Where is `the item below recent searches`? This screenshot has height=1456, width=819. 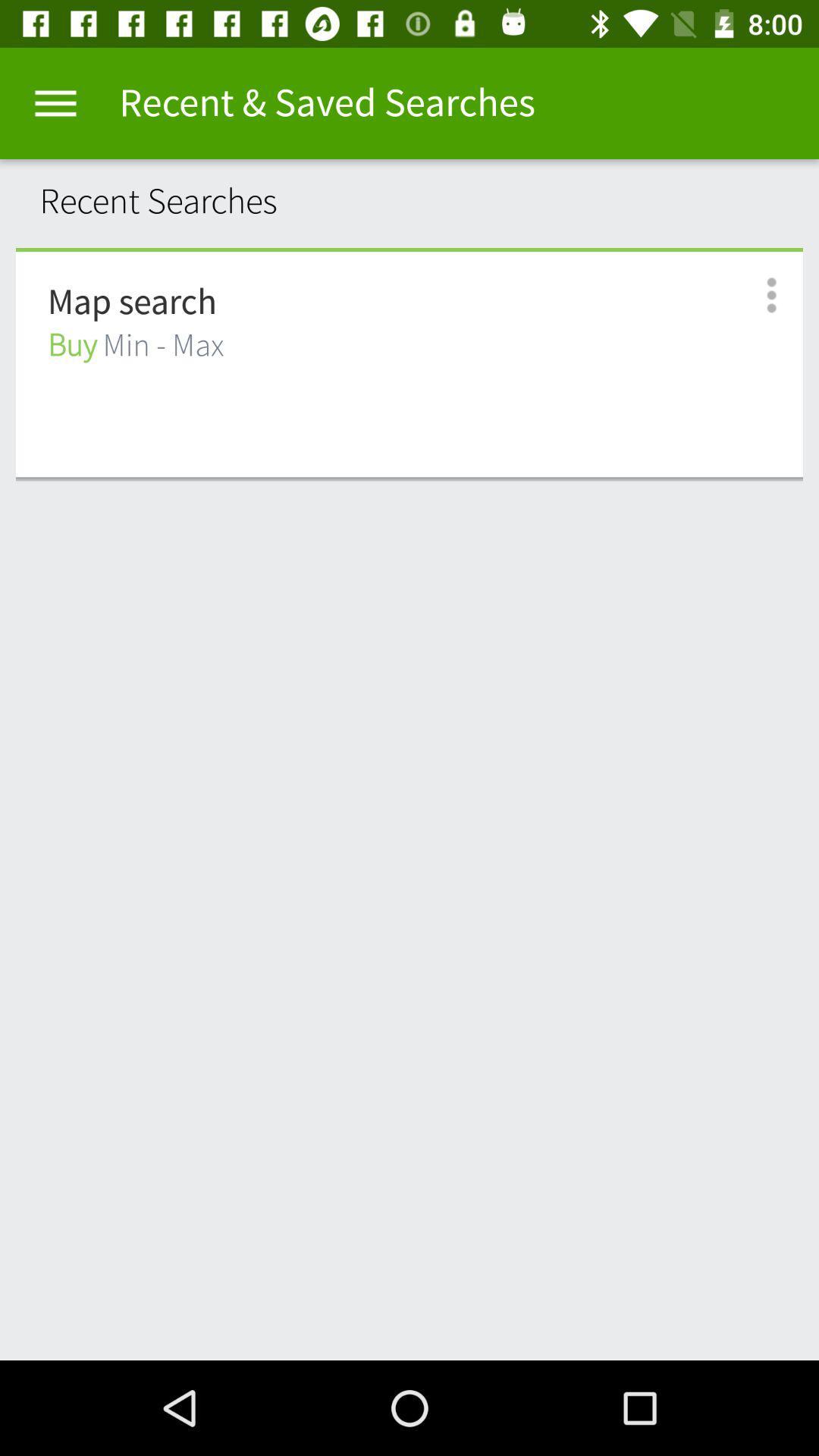 the item below recent searches is located at coordinates (409, 249).